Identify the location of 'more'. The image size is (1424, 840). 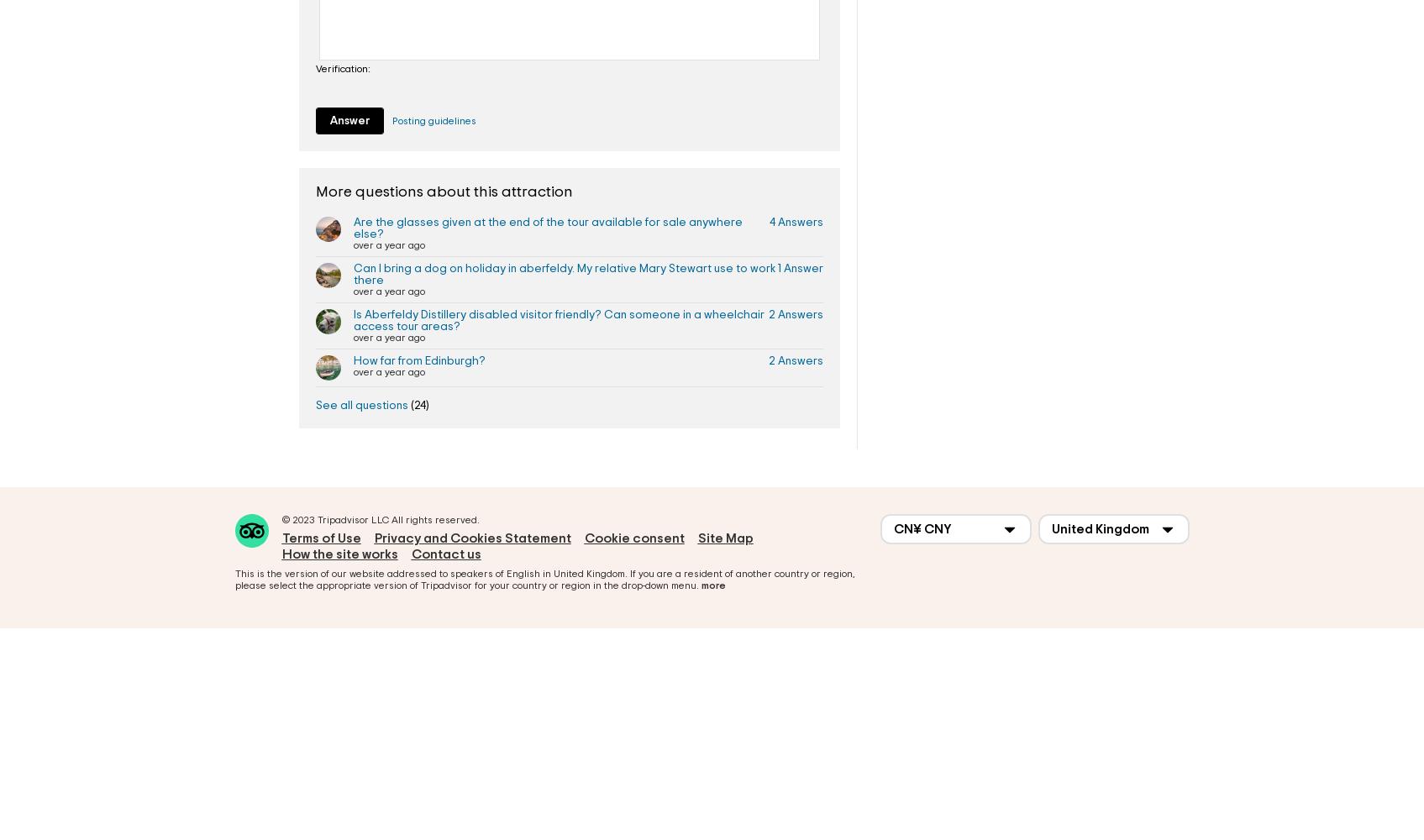
(712, 584).